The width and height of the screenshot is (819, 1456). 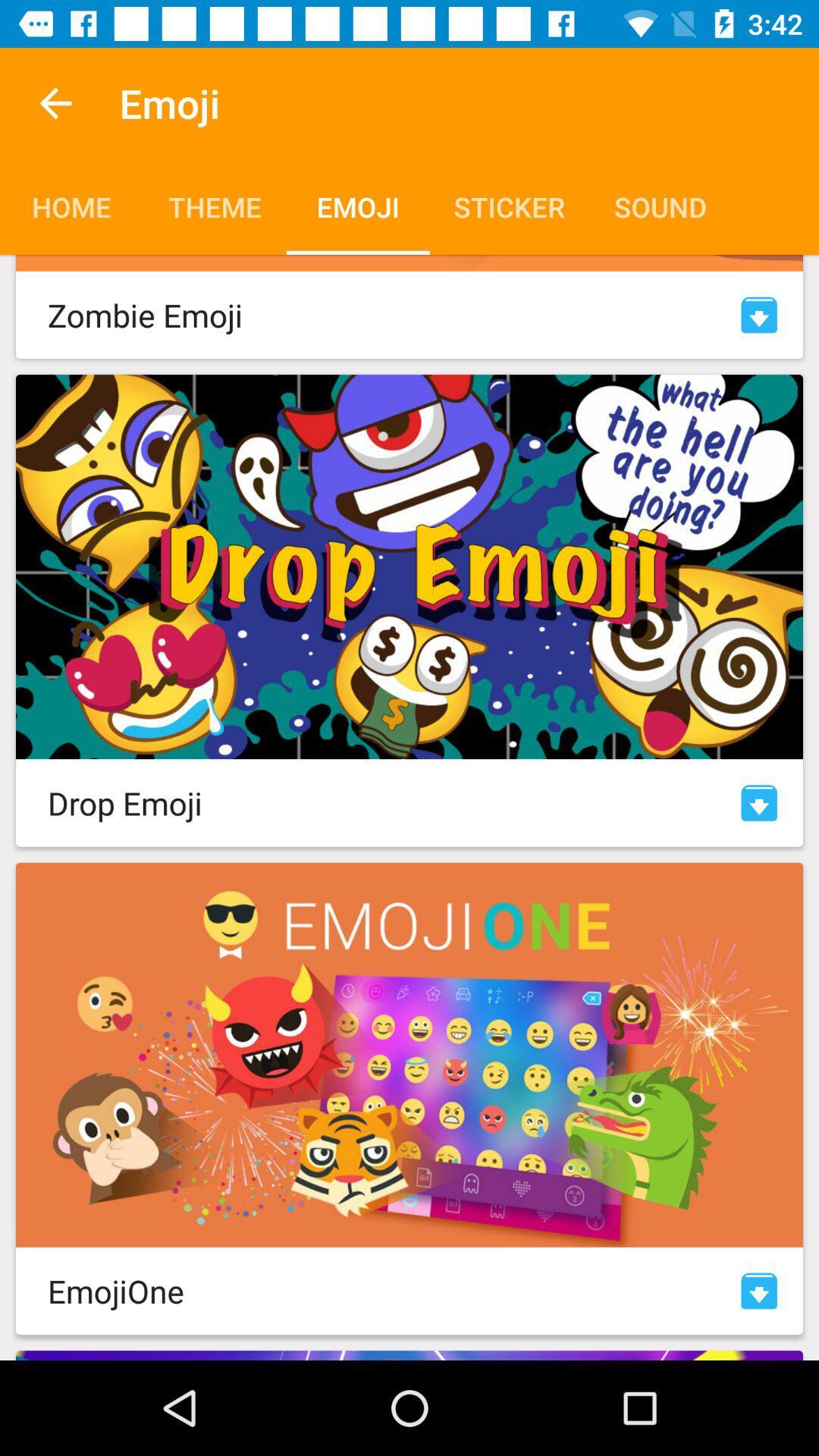 What do you see at coordinates (55, 102) in the screenshot?
I see `the item to the left of the emoji icon` at bounding box center [55, 102].